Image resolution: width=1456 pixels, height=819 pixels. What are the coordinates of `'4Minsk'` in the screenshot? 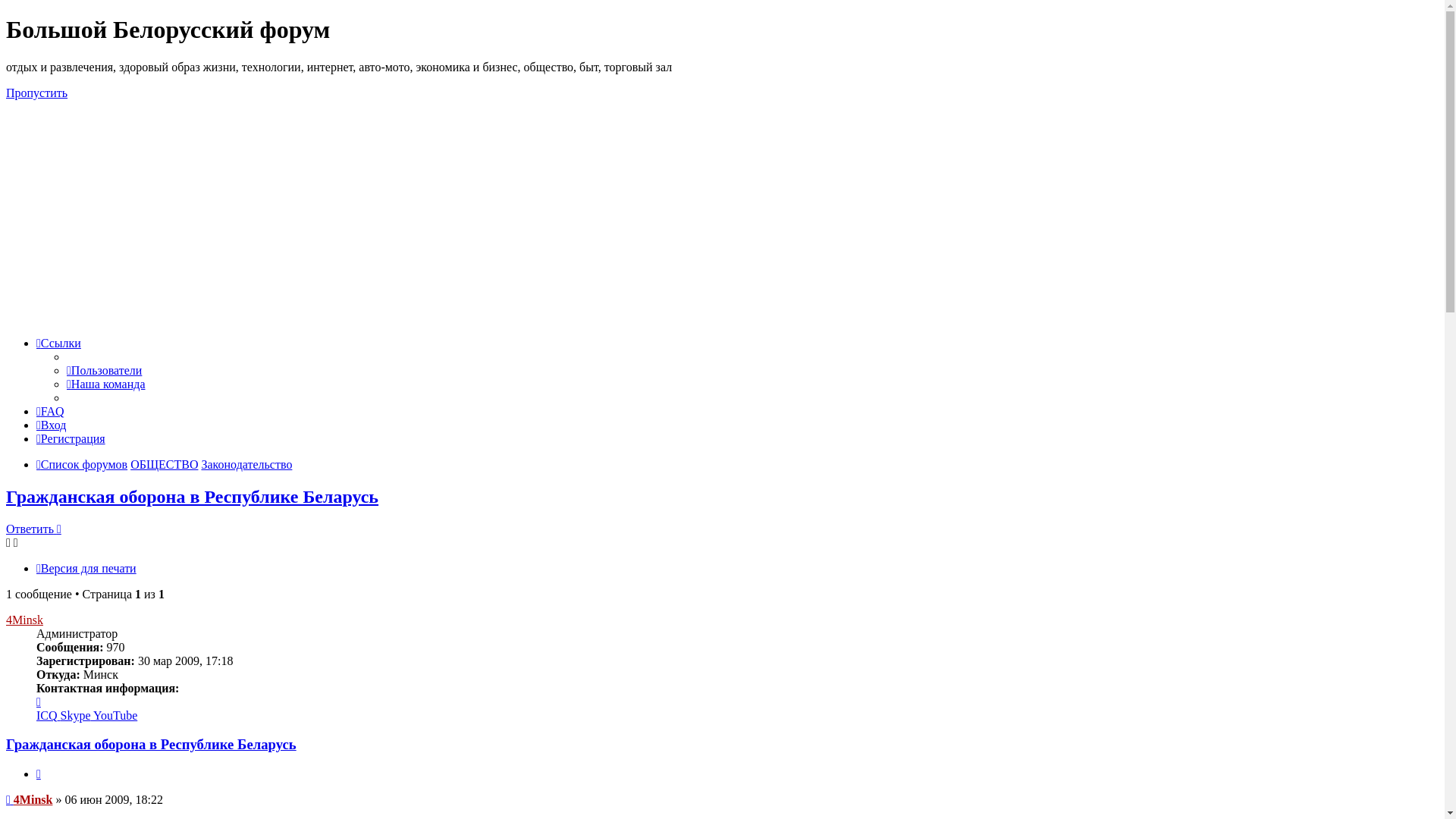 It's located at (33, 799).